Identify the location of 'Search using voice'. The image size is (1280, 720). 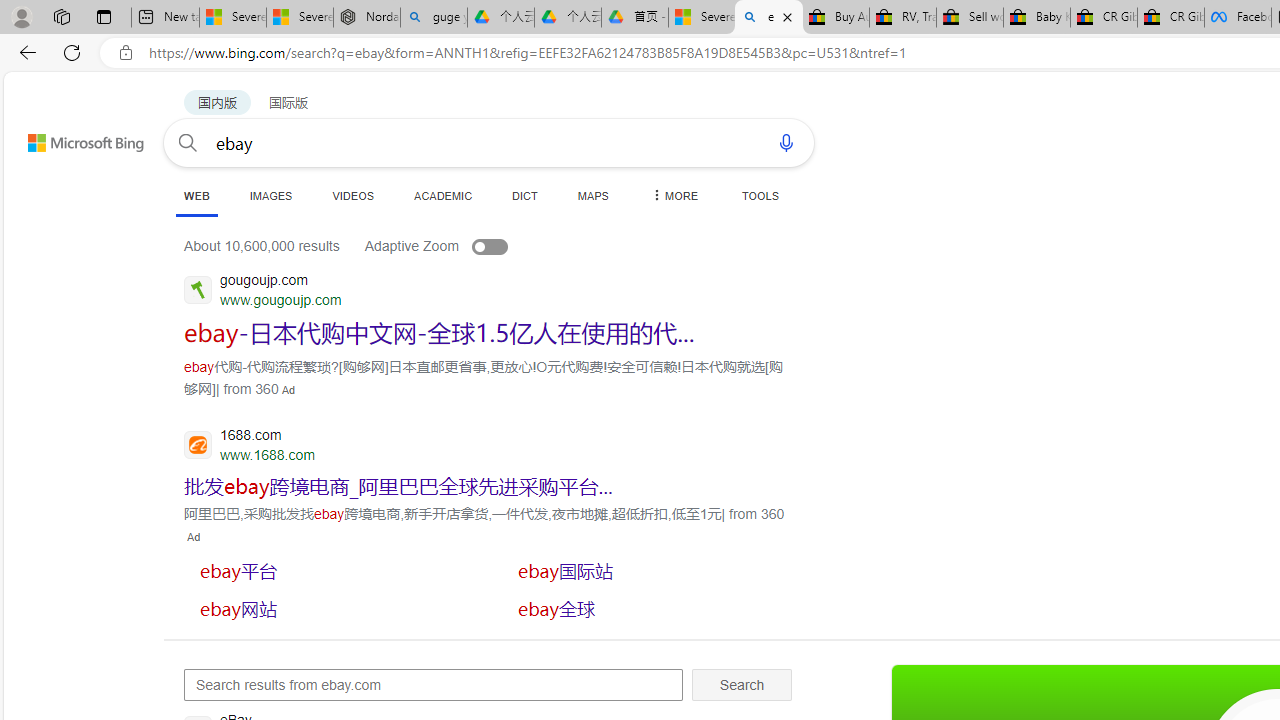
(784, 141).